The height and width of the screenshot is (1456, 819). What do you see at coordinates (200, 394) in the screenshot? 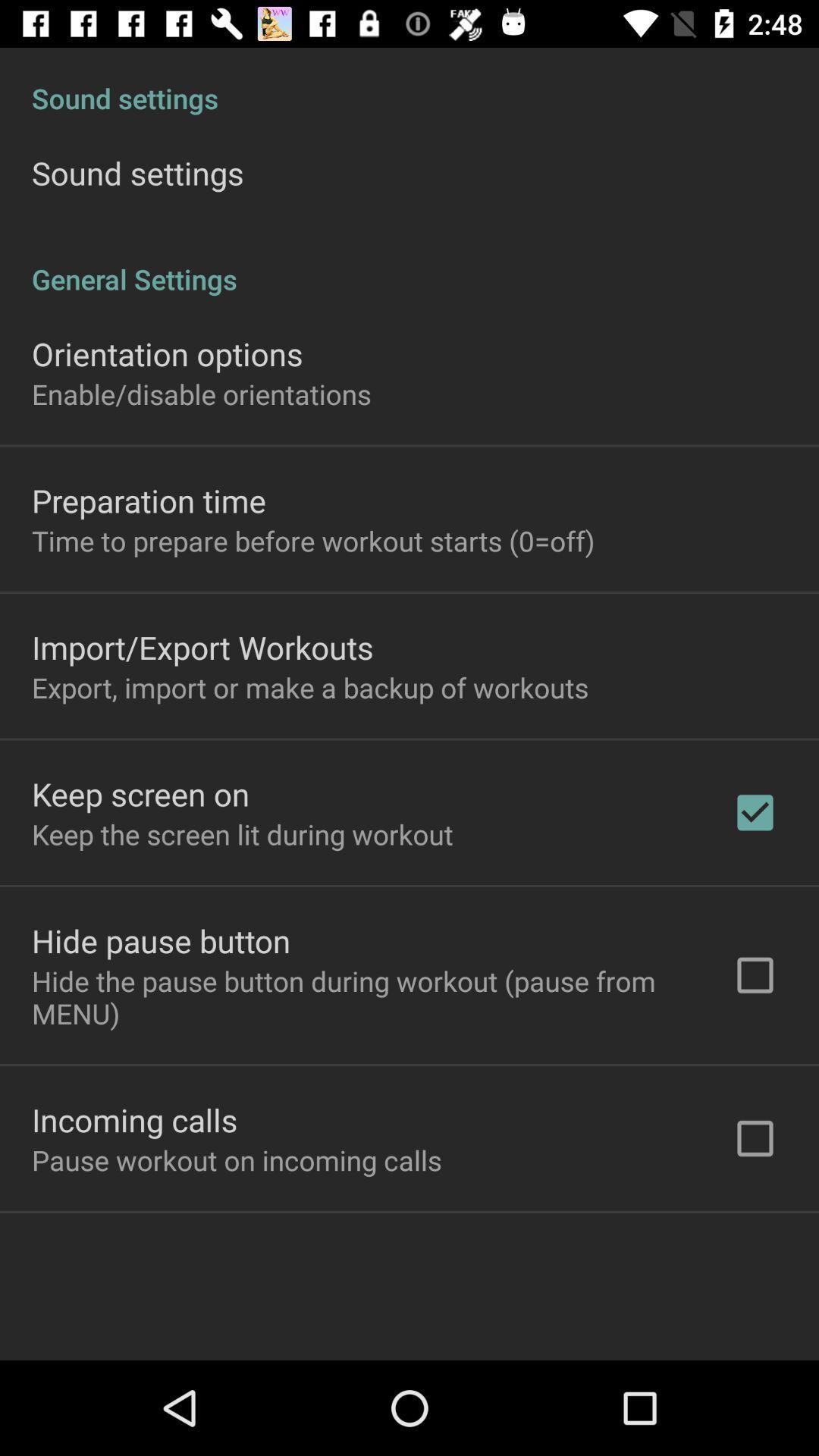
I see `the app above the preparation time icon` at bounding box center [200, 394].